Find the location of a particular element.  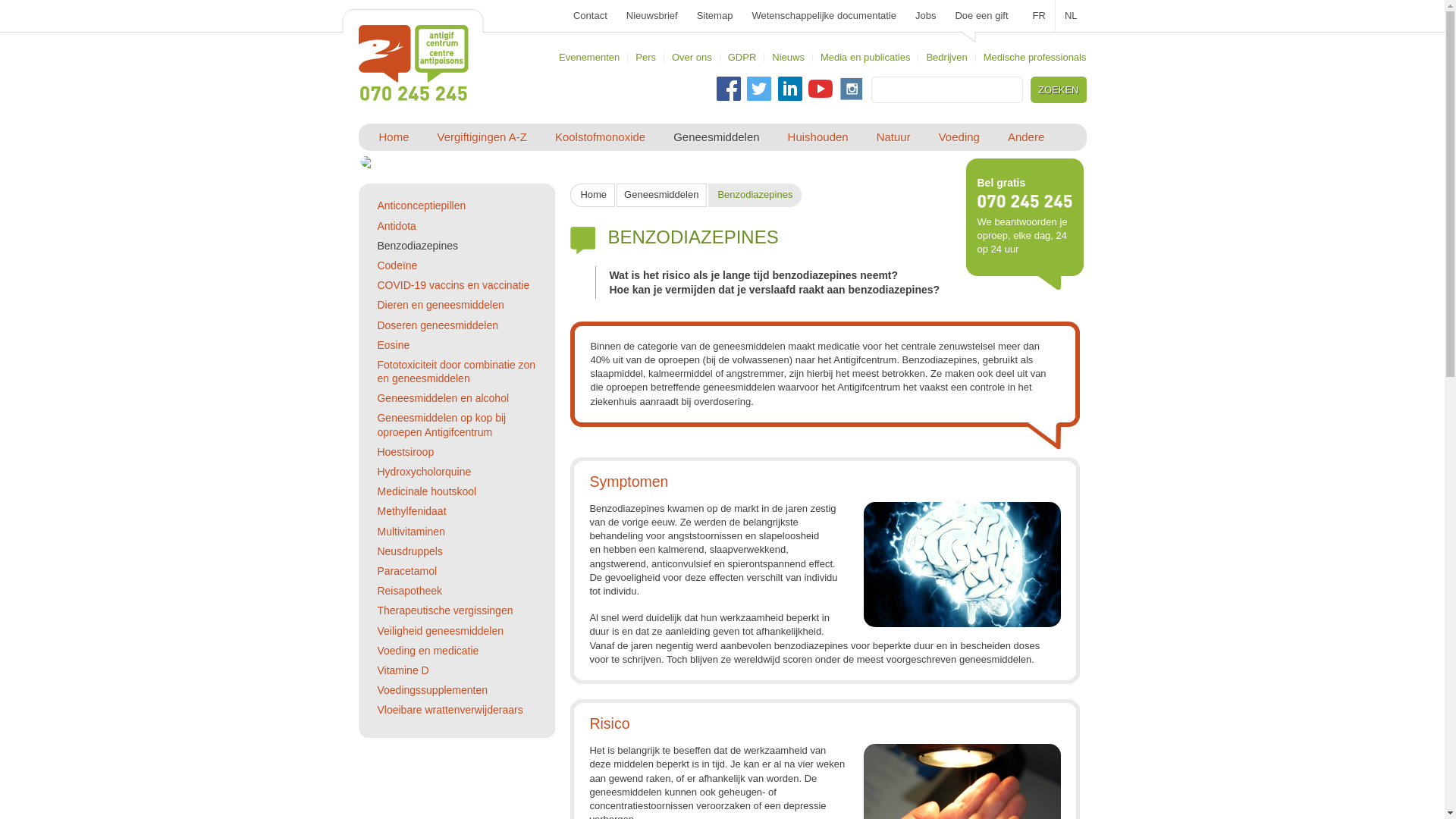

'Doseren geneesmiddelen' is located at coordinates (436, 324).